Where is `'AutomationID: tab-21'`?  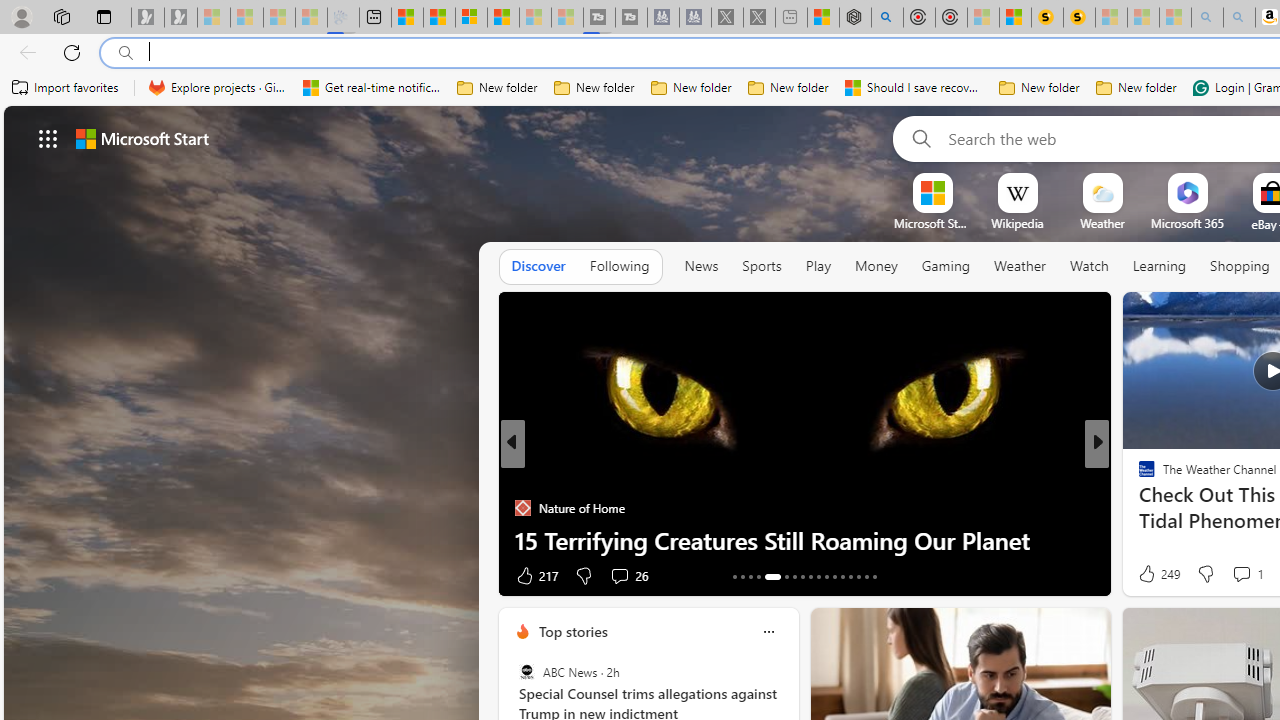
'AutomationID: tab-21' is located at coordinates (810, 577).